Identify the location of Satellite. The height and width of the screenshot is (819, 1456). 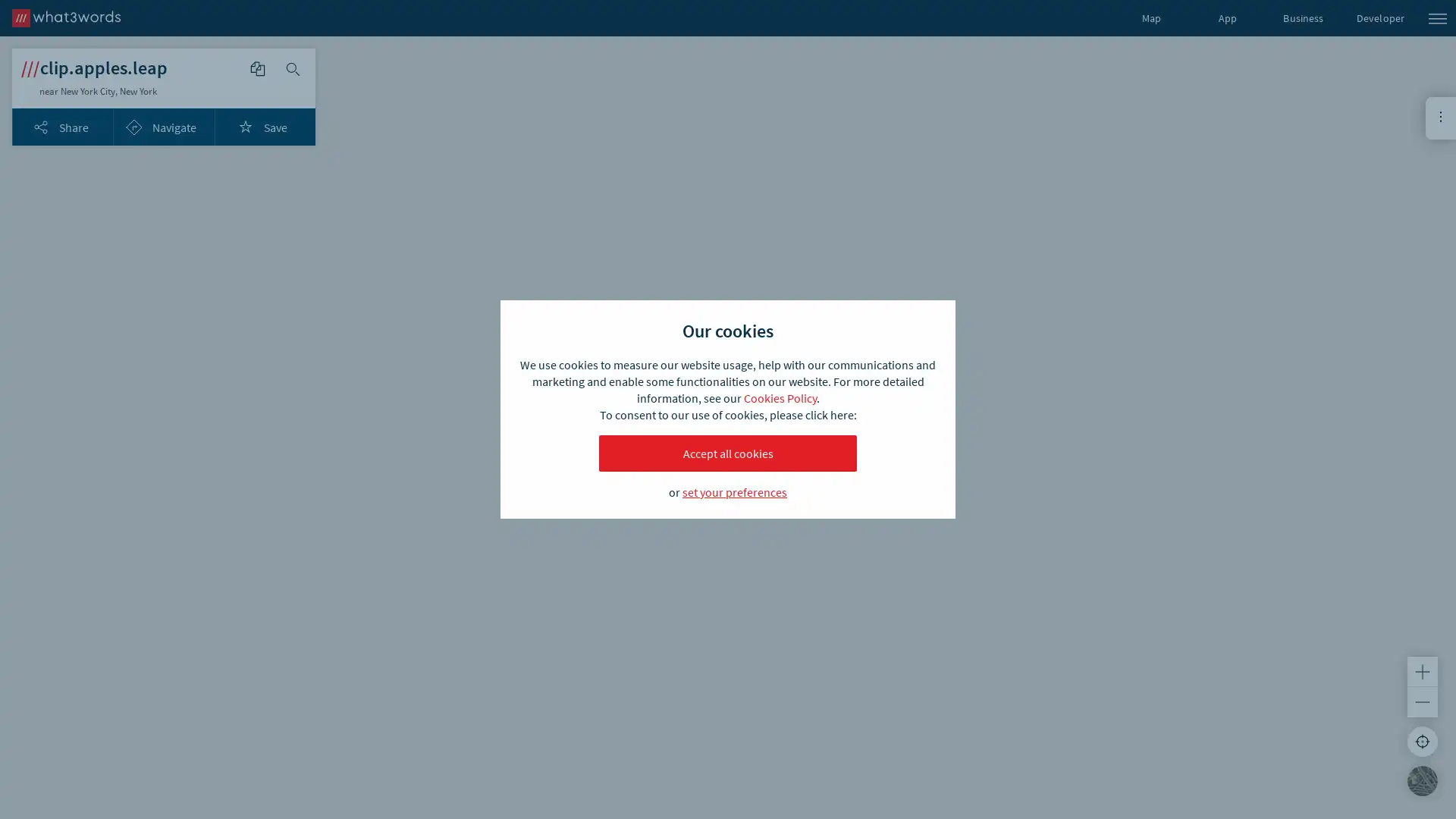
(1422, 780).